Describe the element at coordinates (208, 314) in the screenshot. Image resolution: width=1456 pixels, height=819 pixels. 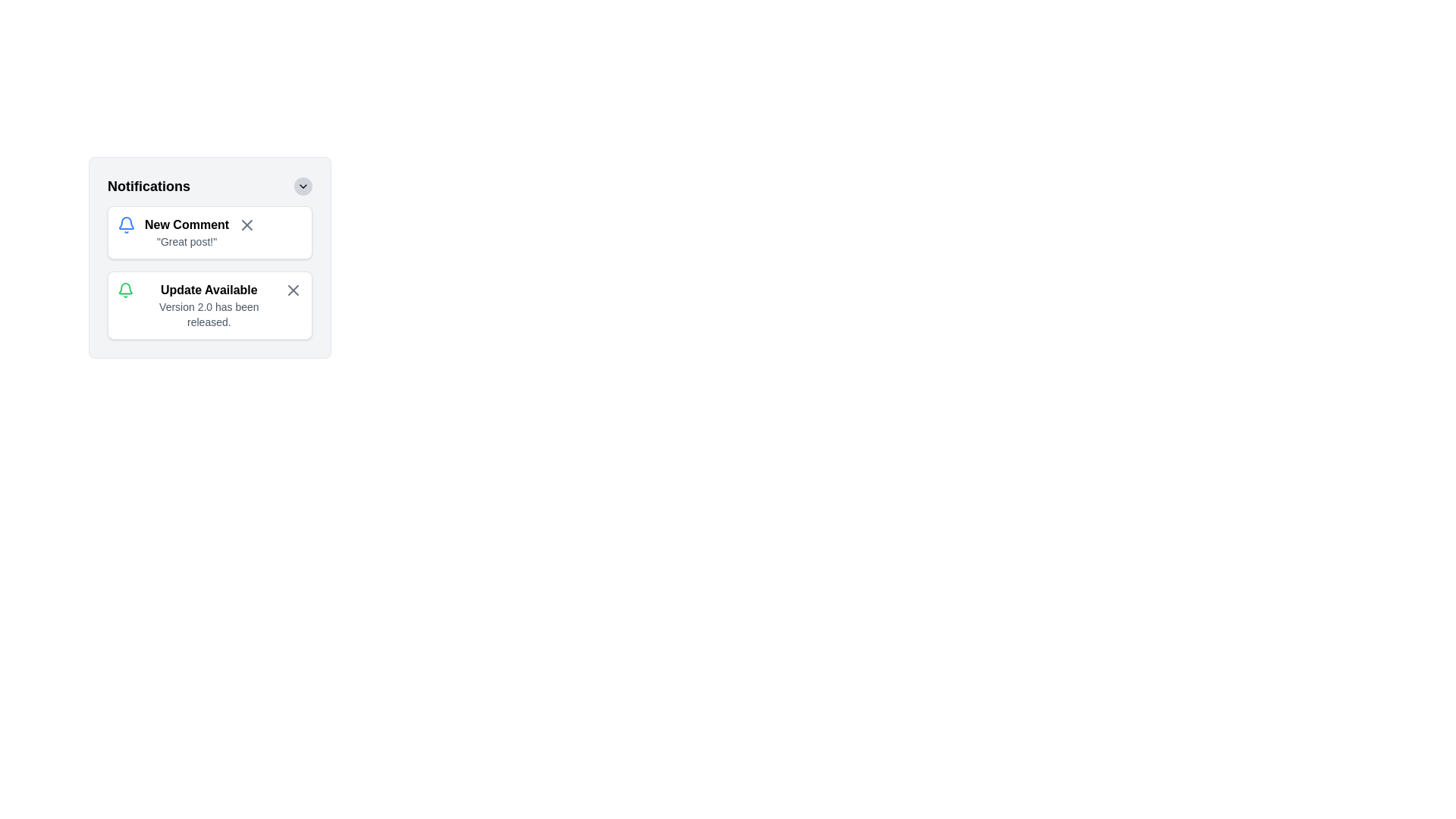
I see `text displaying 'Version 2.0 has been released.' located beneath the bold 'Update Available' heading within the notification card` at that location.